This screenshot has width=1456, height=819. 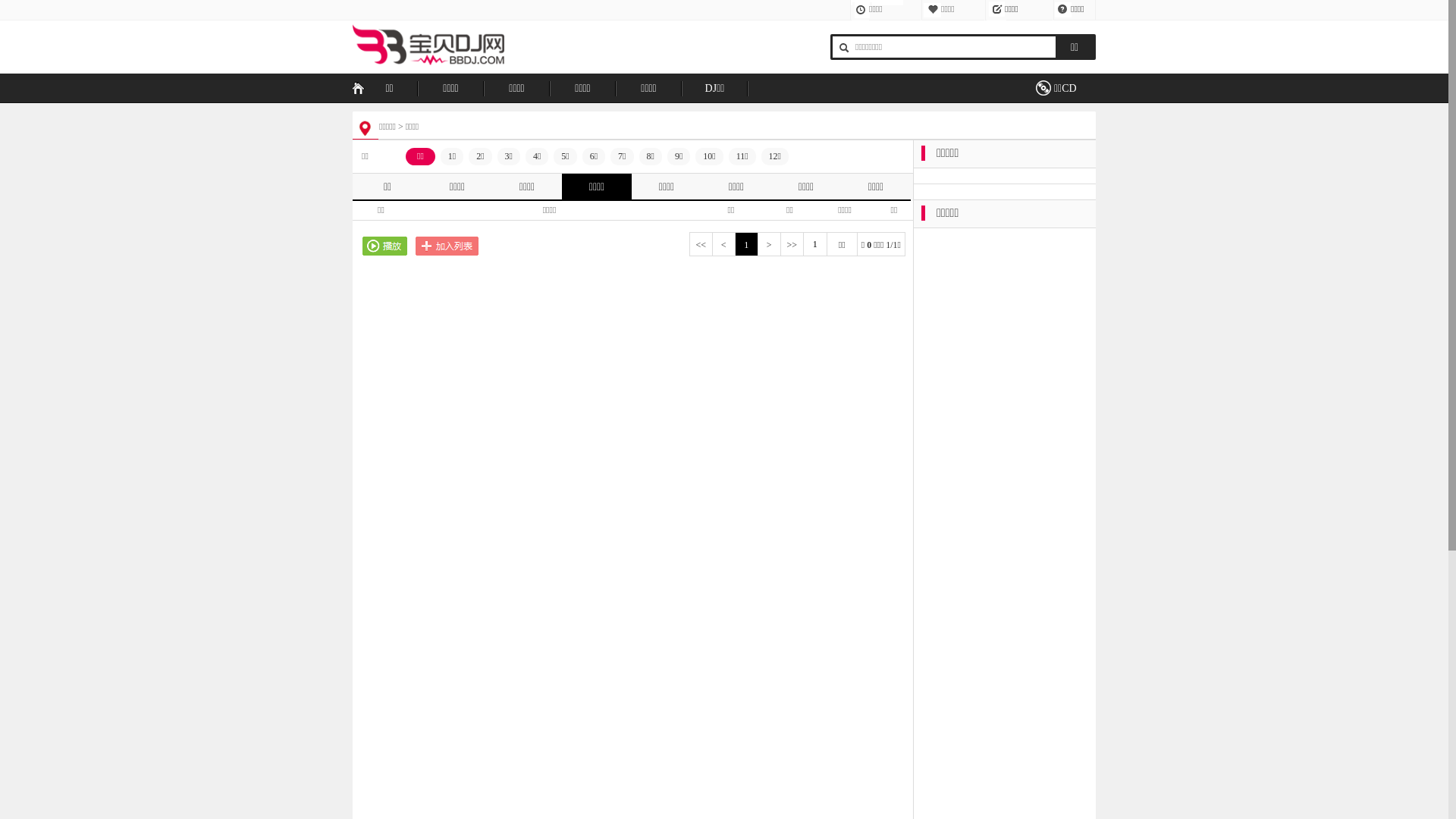 What do you see at coordinates (745, 244) in the screenshot?
I see `'1'` at bounding box center [745, 244].